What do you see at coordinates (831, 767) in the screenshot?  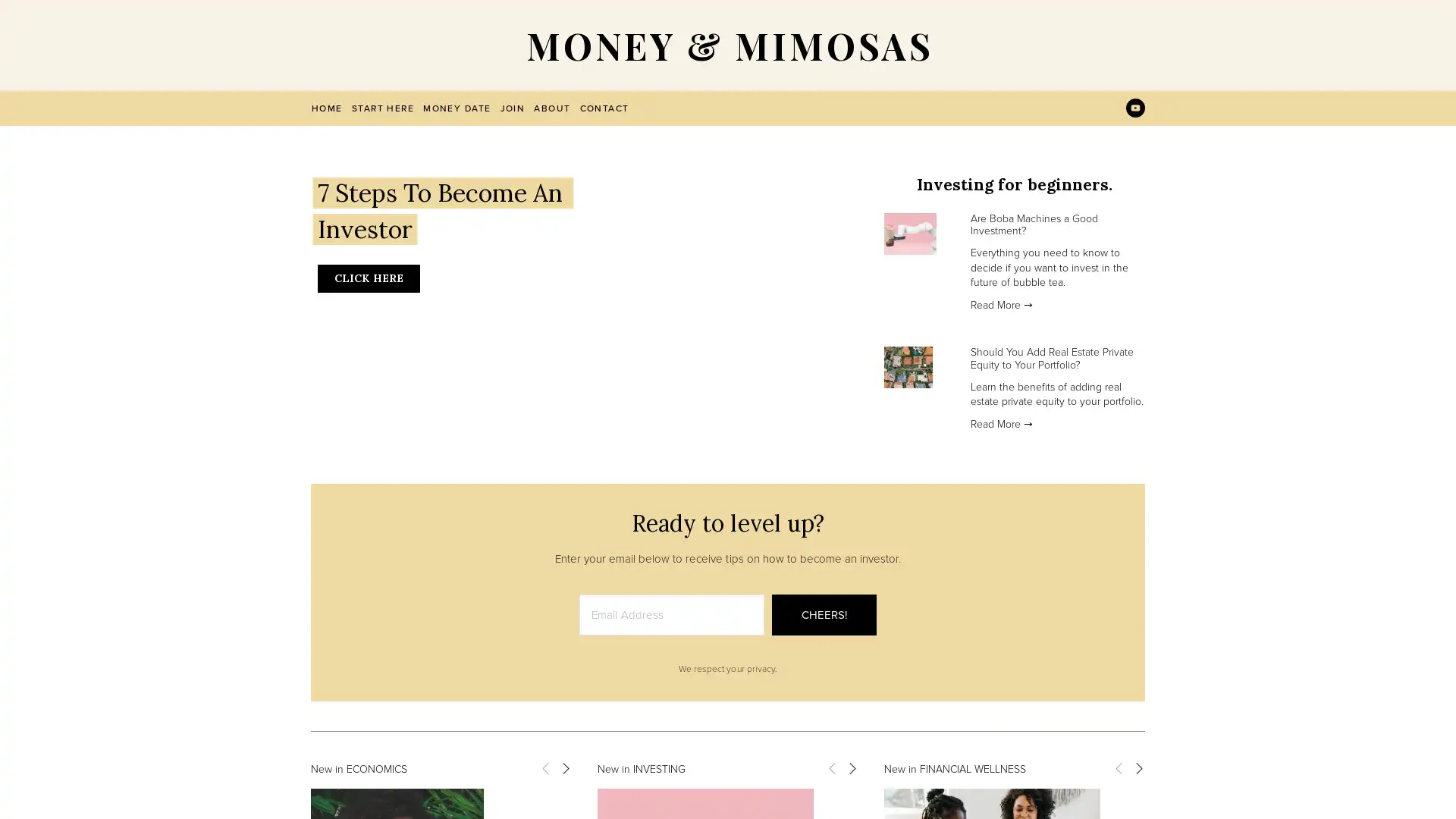 I see `Previous` at bounding box center [831, 767].